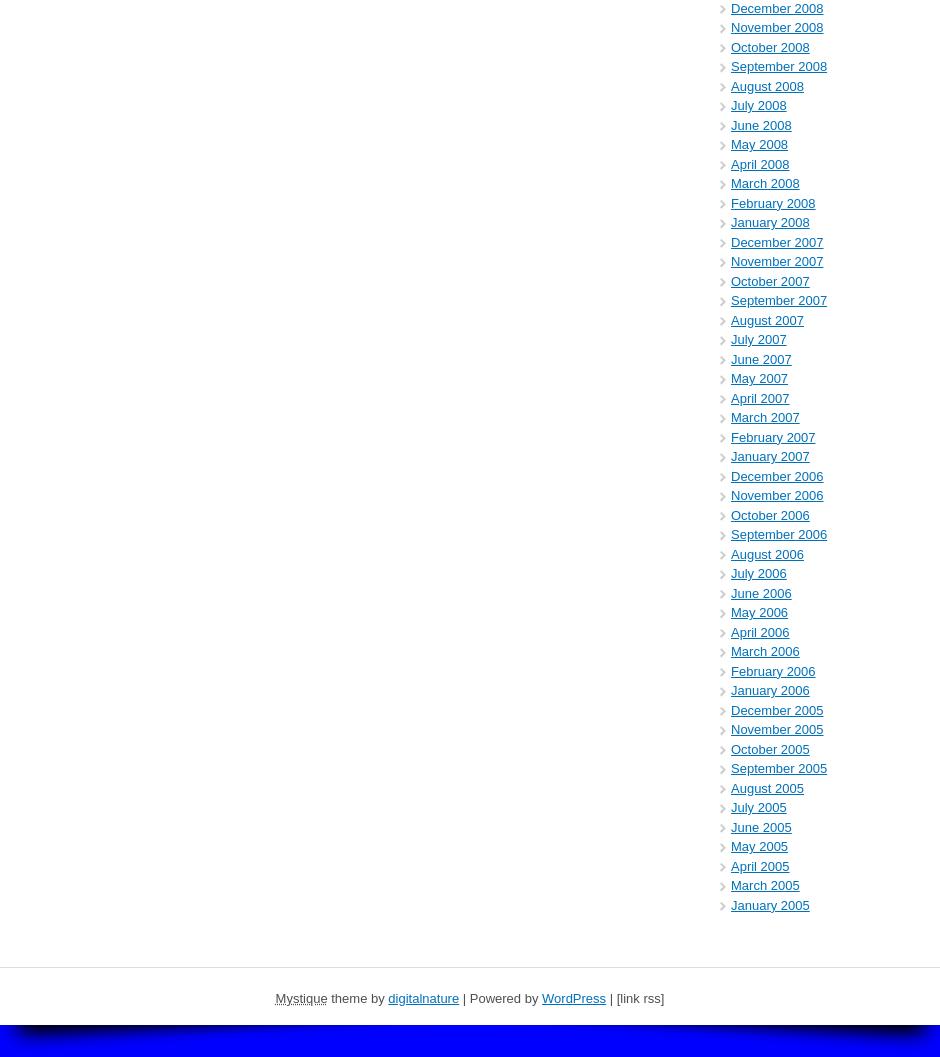  What do you see at coordinates (758, 163) in the screenshot?
I see `'April 2008'` at bounding box center [758, 163].